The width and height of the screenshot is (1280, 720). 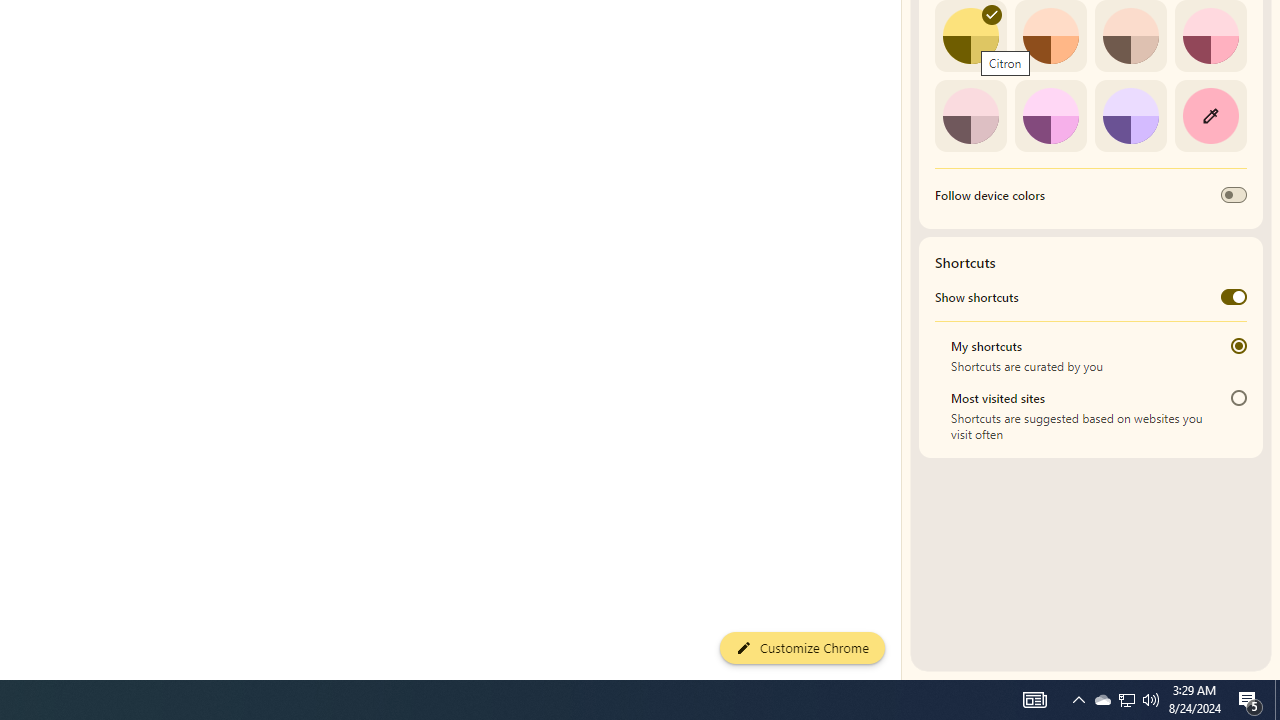 What do you see at coordinates (970, 36) in the screenshot?
I see `'Citron'` at bounding box center [970, 36].